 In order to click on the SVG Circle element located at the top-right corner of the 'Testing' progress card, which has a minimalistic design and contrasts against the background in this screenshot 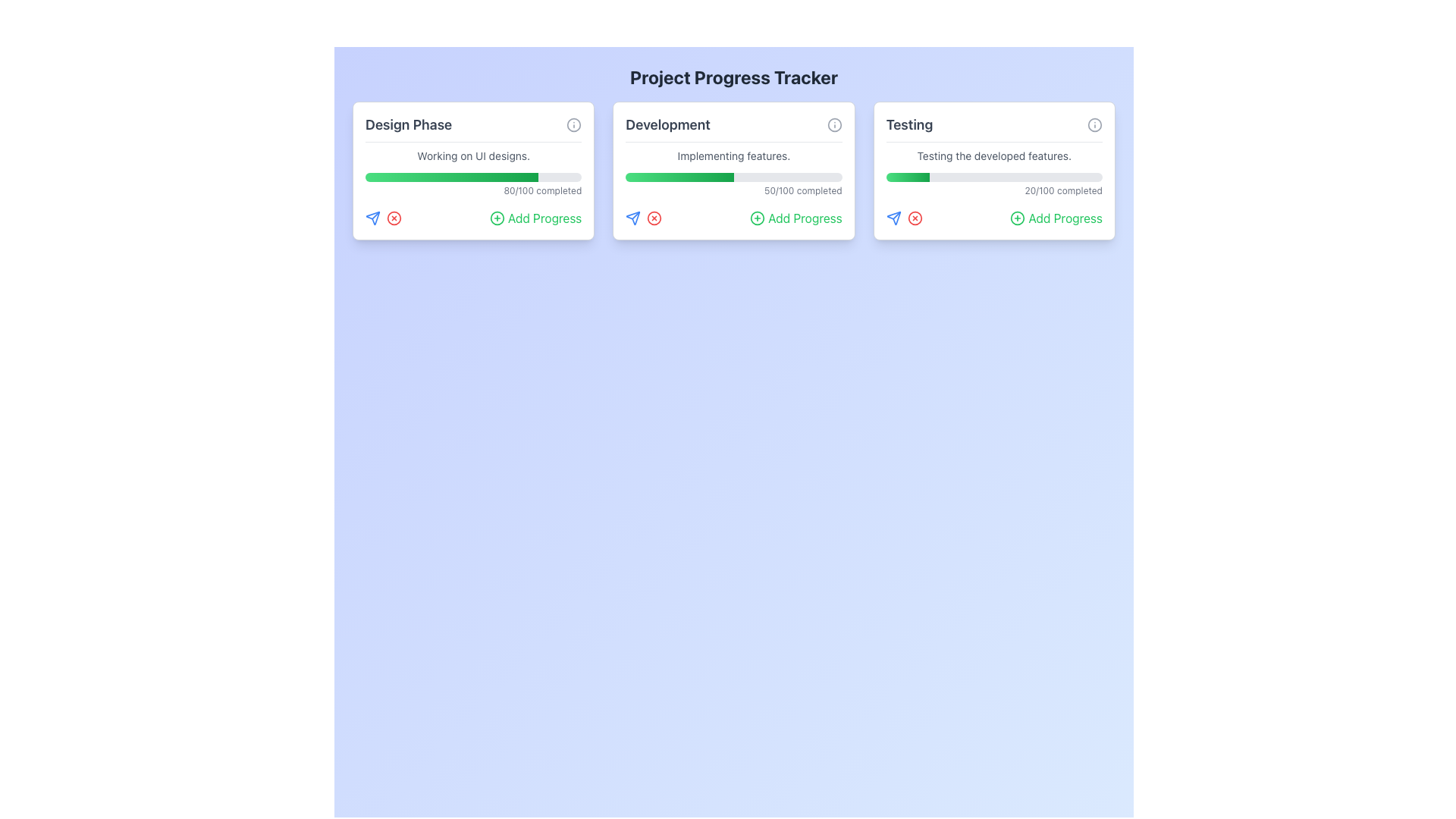, I will do `click(1095, 124)`.